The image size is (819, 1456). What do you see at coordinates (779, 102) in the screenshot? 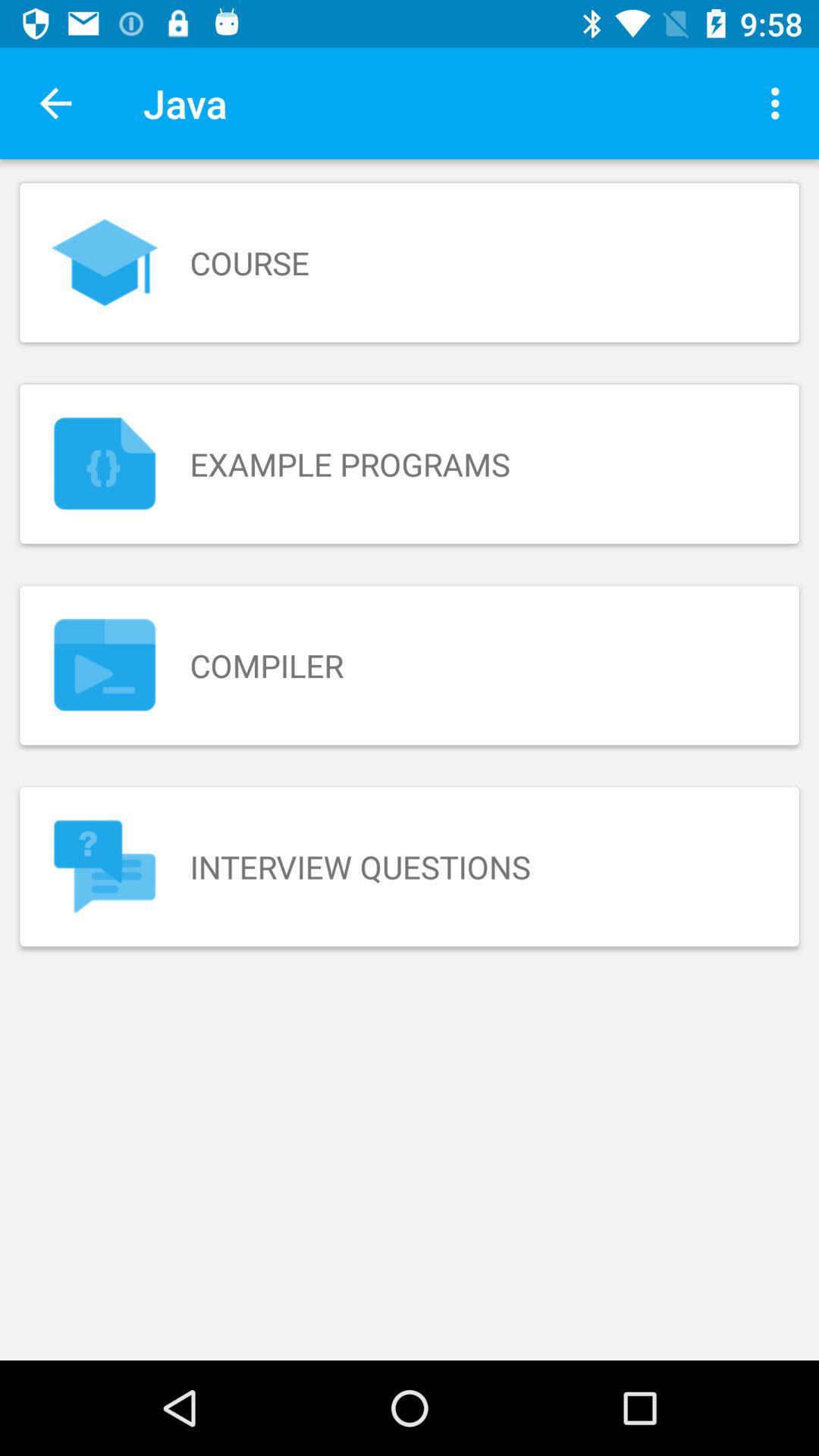
I see `icon at the top right corner` at bounding box center [779, 102].